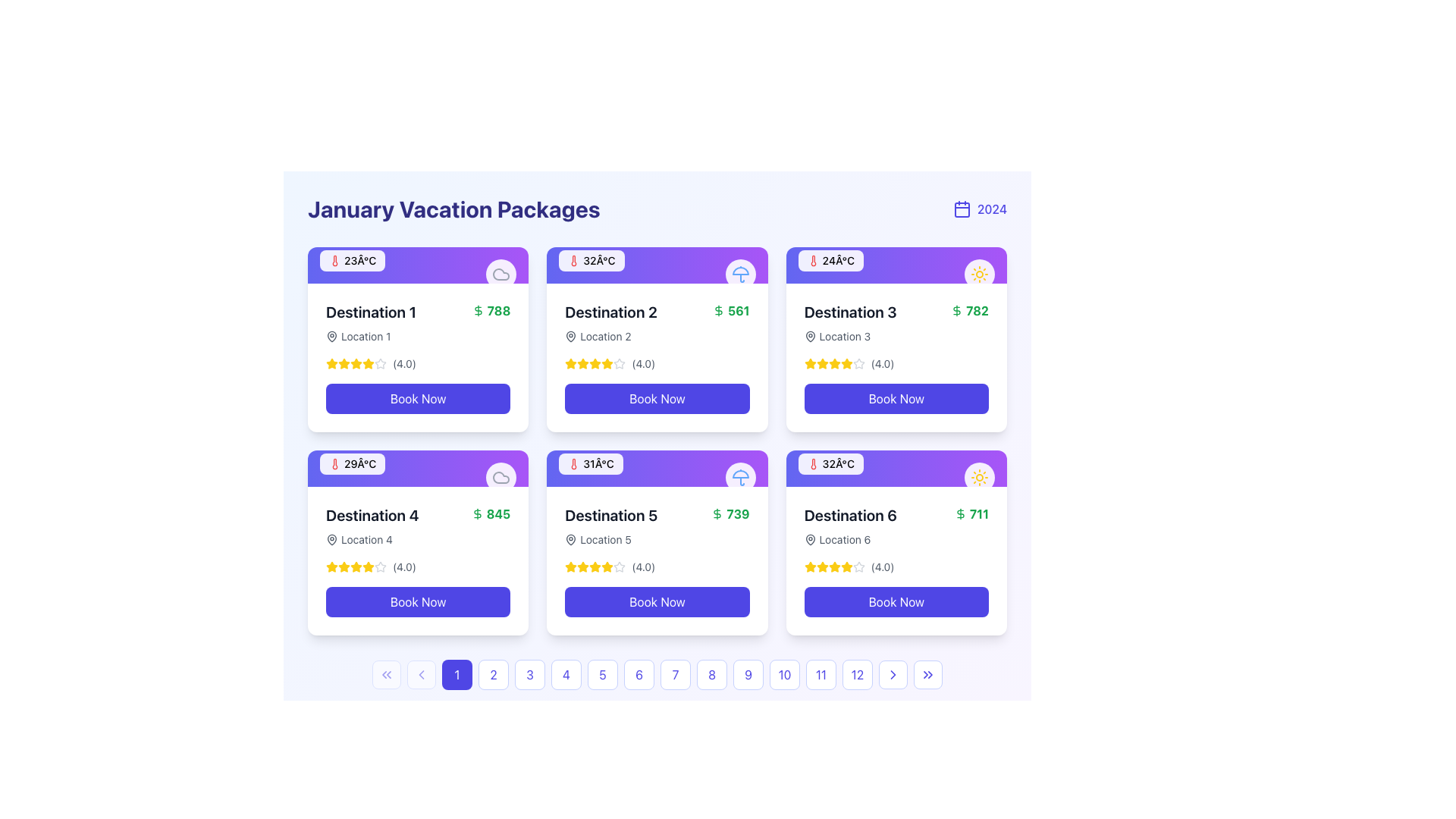 This screenshot has width=1456, height=819. What do you see at coordinates (858, 674) in the screenshot?
I see `the twelfth button in the pagination component` at bounding box center [858, 674].